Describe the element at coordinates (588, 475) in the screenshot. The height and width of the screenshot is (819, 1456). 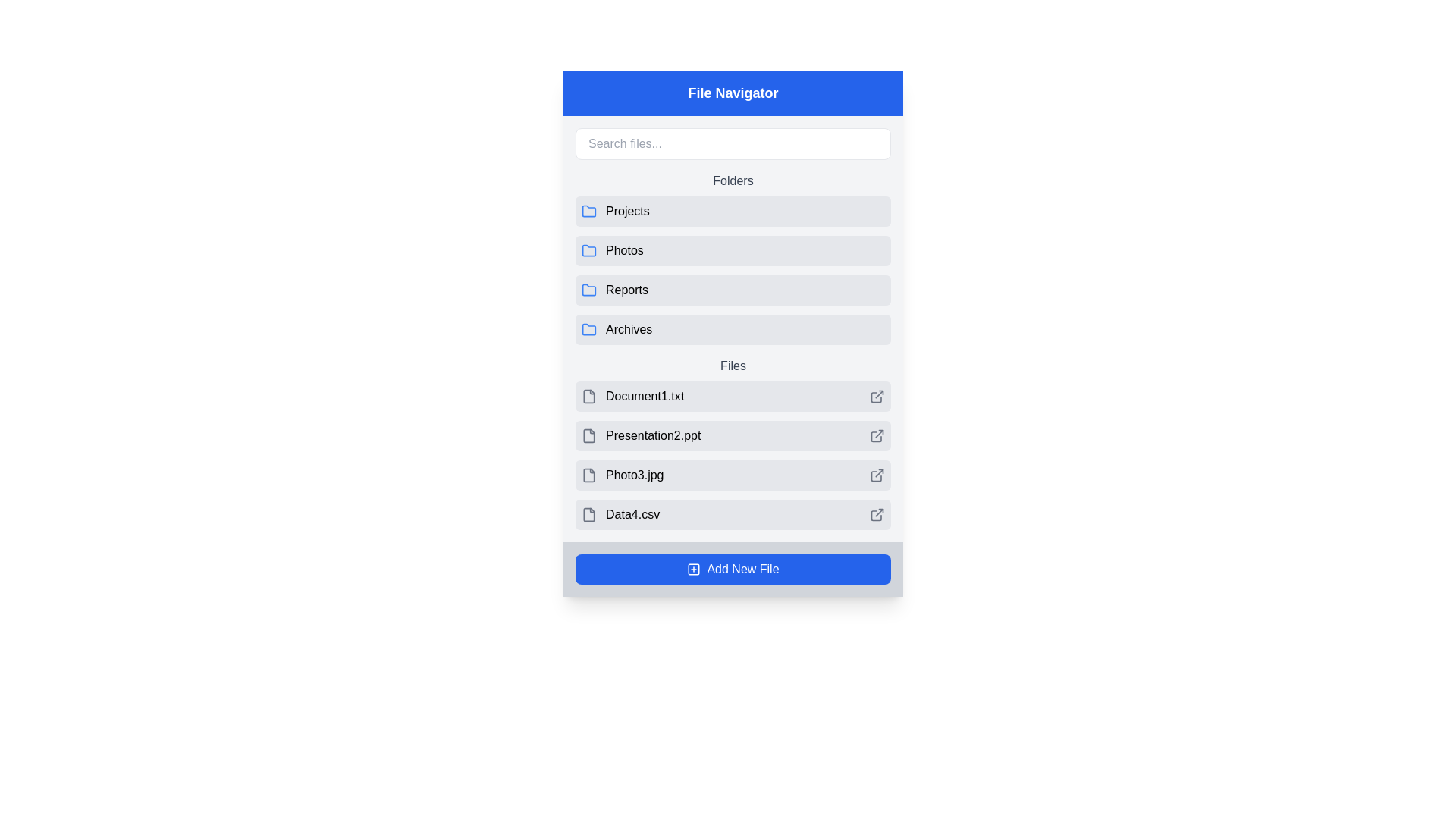
I see `the file icon representing 'Photo3.jpg', which is a small gray outline of a document with a fold in the top-right corner` at that location.